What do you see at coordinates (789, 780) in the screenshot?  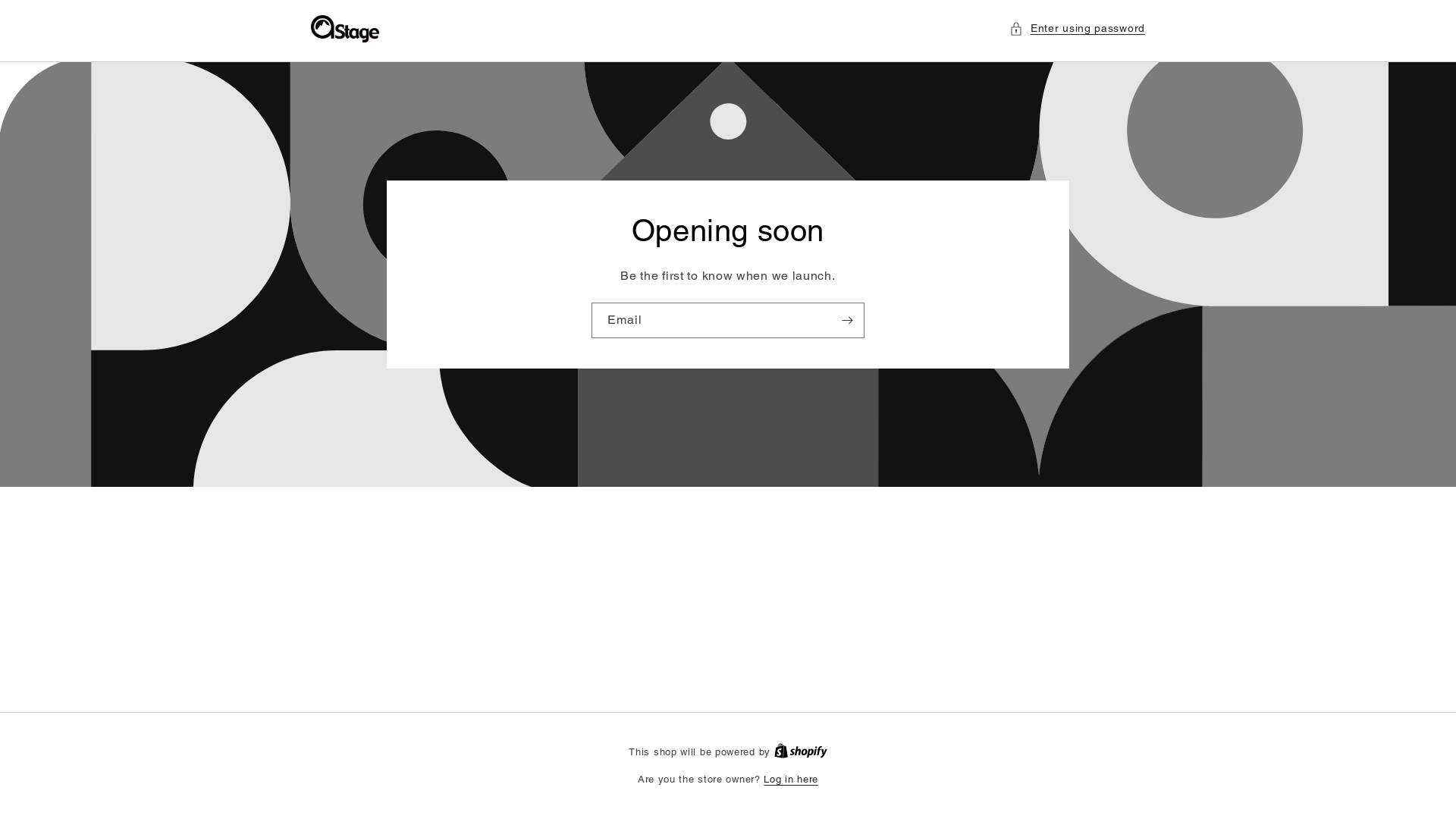 I see `'Log in here'` at bounding box center [789, 780].